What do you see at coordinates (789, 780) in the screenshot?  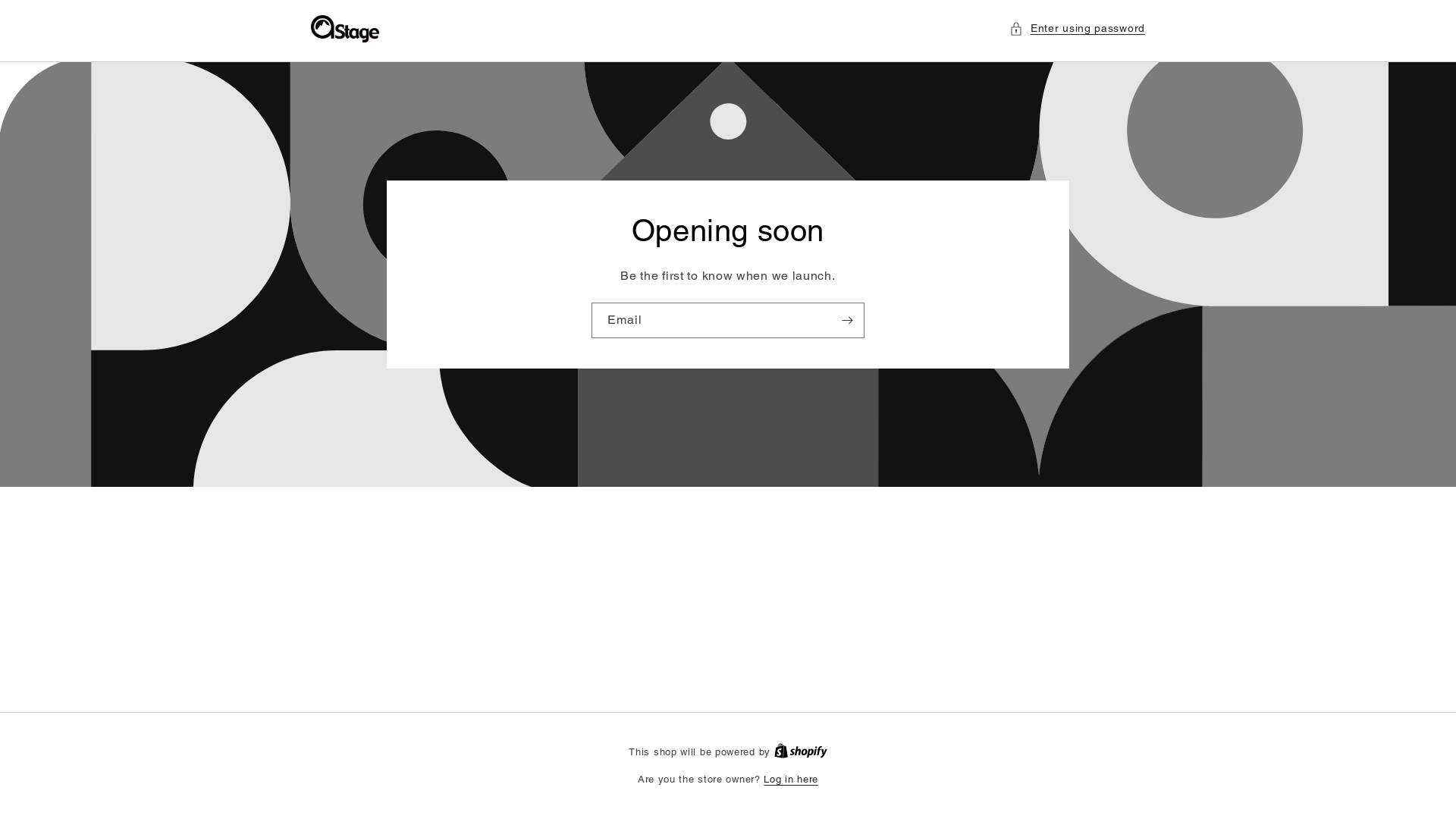 I see `'Log in here'` at bounding box center [789, 780].